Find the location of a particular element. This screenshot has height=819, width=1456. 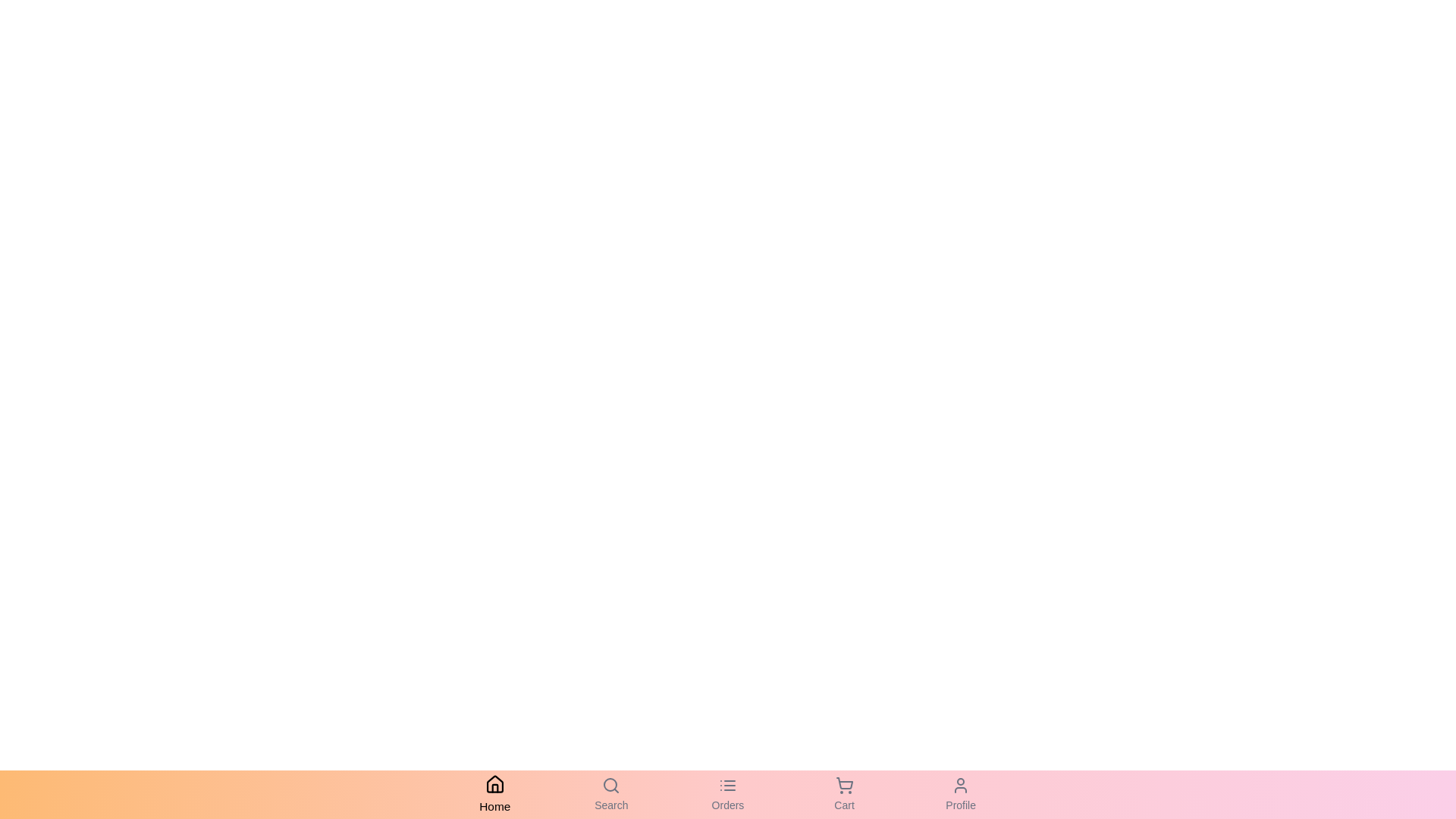

the Profile tab by clicking on it is located at coordinates (960, 794).